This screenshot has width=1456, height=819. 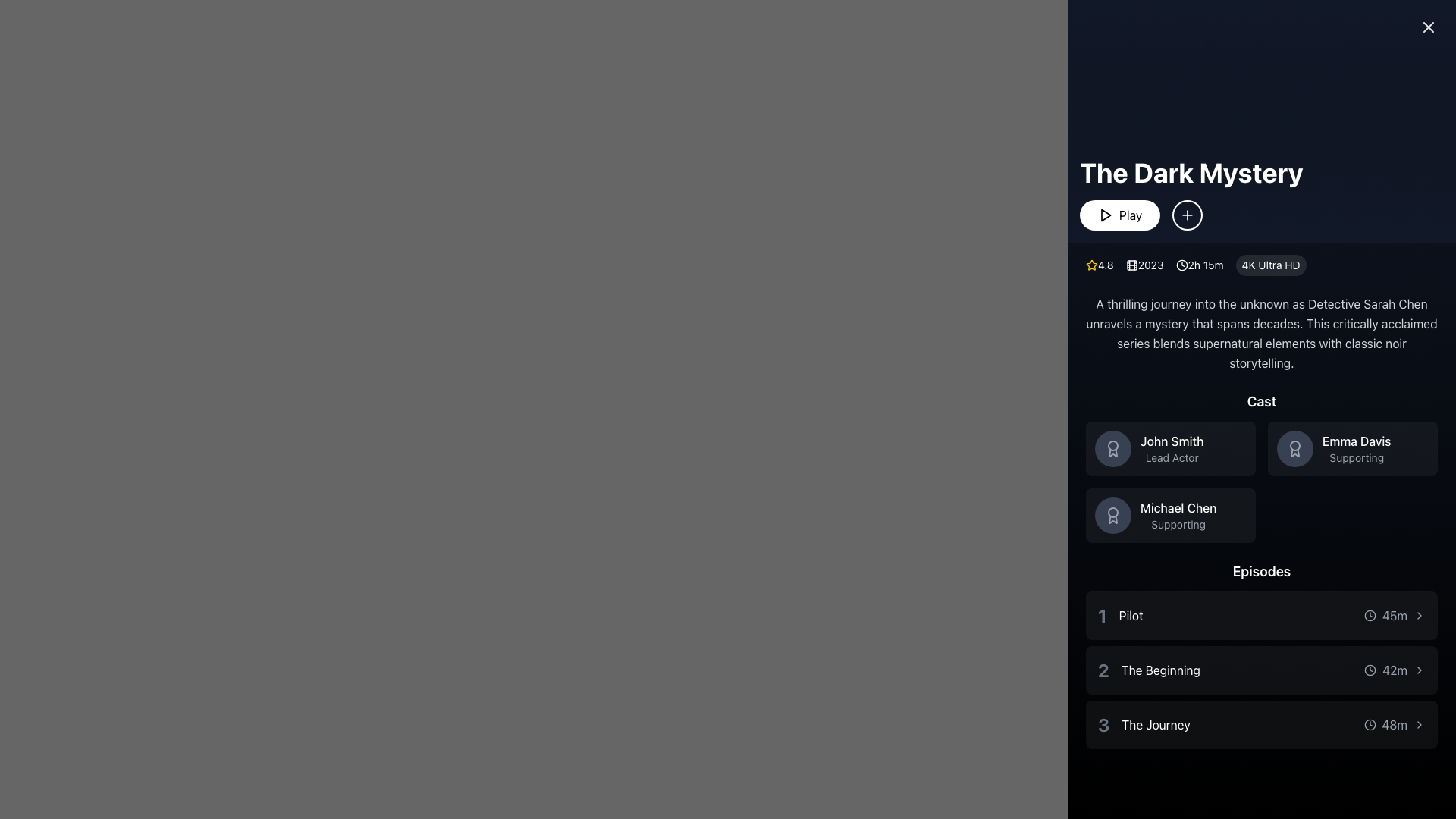 What do you see at coordinates (1113, 519) in the screenshot?
I see `the decorative subcomponent of the Award icon associated with the actor Michael Chen in the Cast section` at bounding box center [1113, 519].